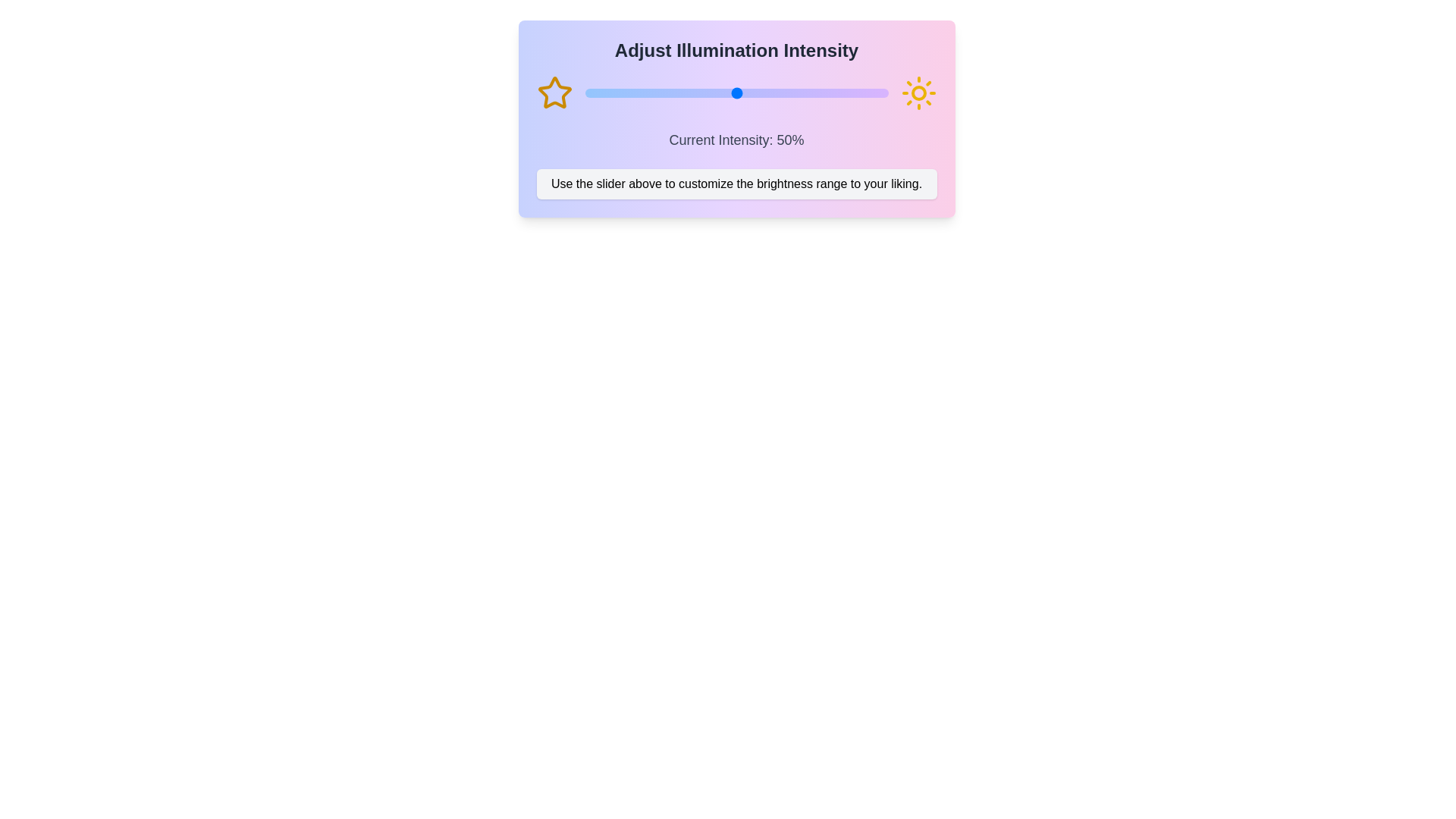 This screenshot has height=819, width=1456. Describe the element at coordinates (824, 93) in the screenshot. I see `the slider to set the intensity to 79%` at that location.